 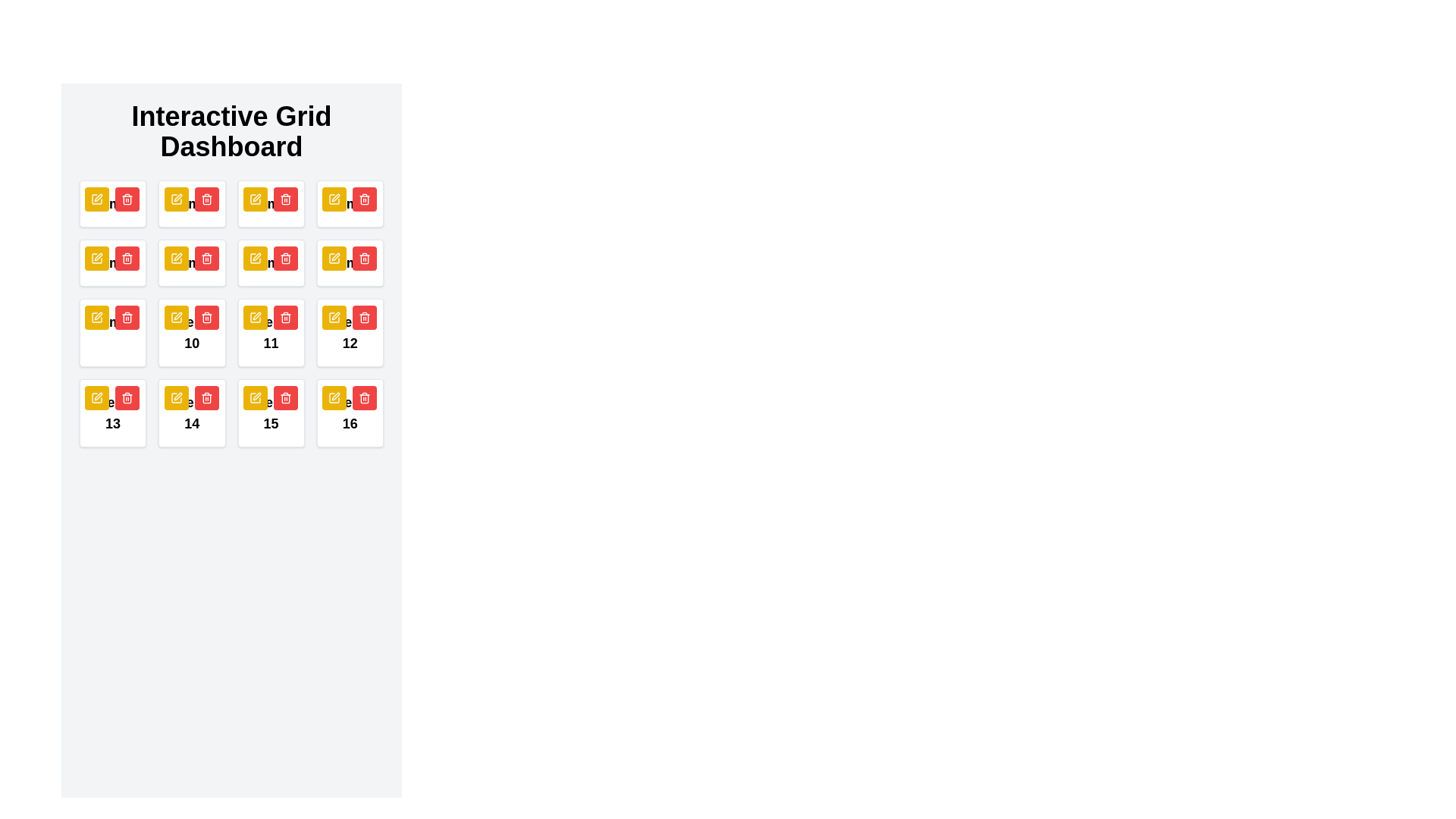 What do you see at coordinates (191, 203) in the screenshot?
I see `the central text label that describes the content of the associated card located in the second position of the first row of the grid layout` at bounding box center [191, 203].